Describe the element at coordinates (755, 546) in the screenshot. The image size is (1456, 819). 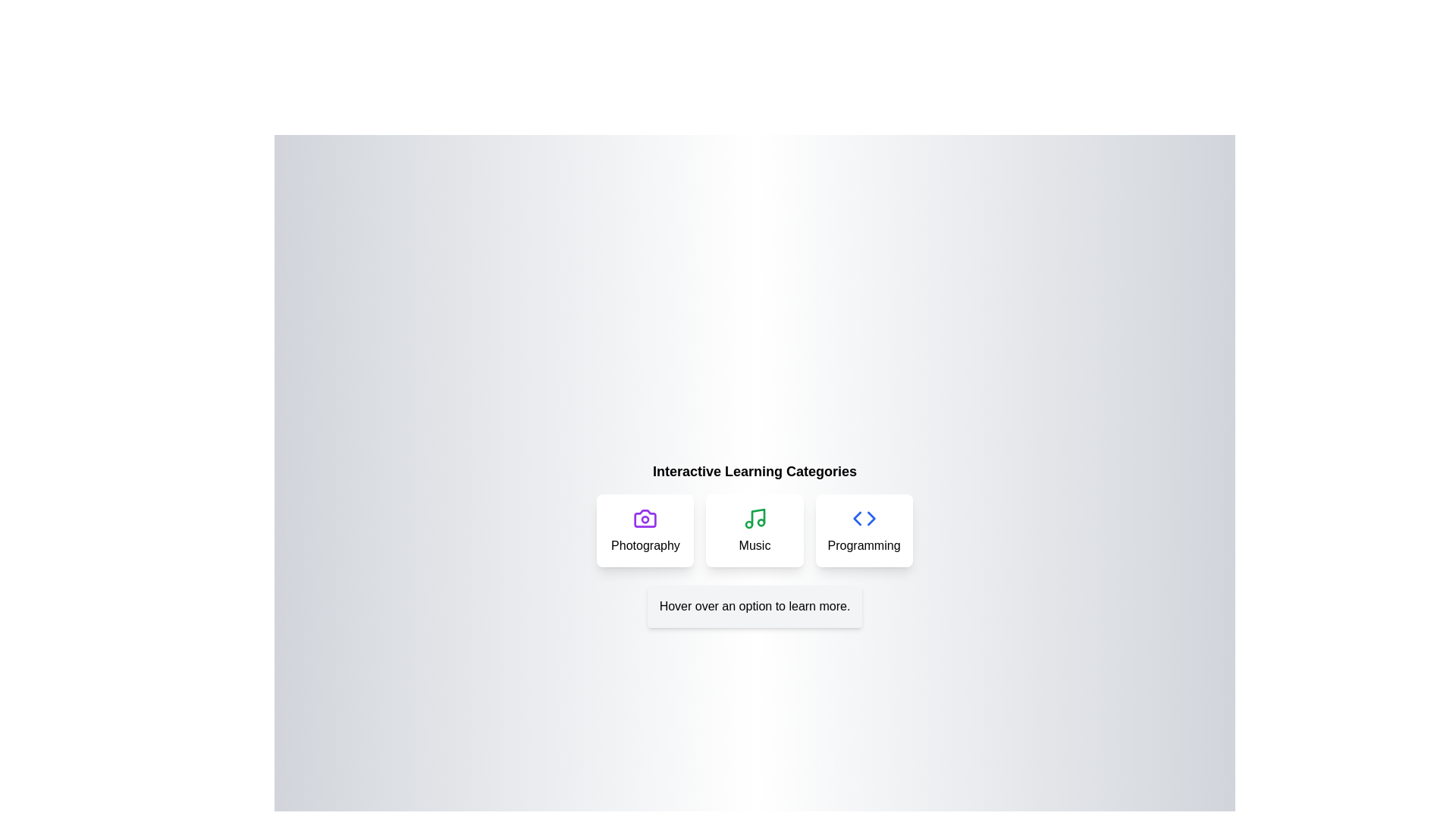
I see `the 'Music' text label, which is styled in black with a medium font and is part of a card layout located below a musical note icon` at that location.